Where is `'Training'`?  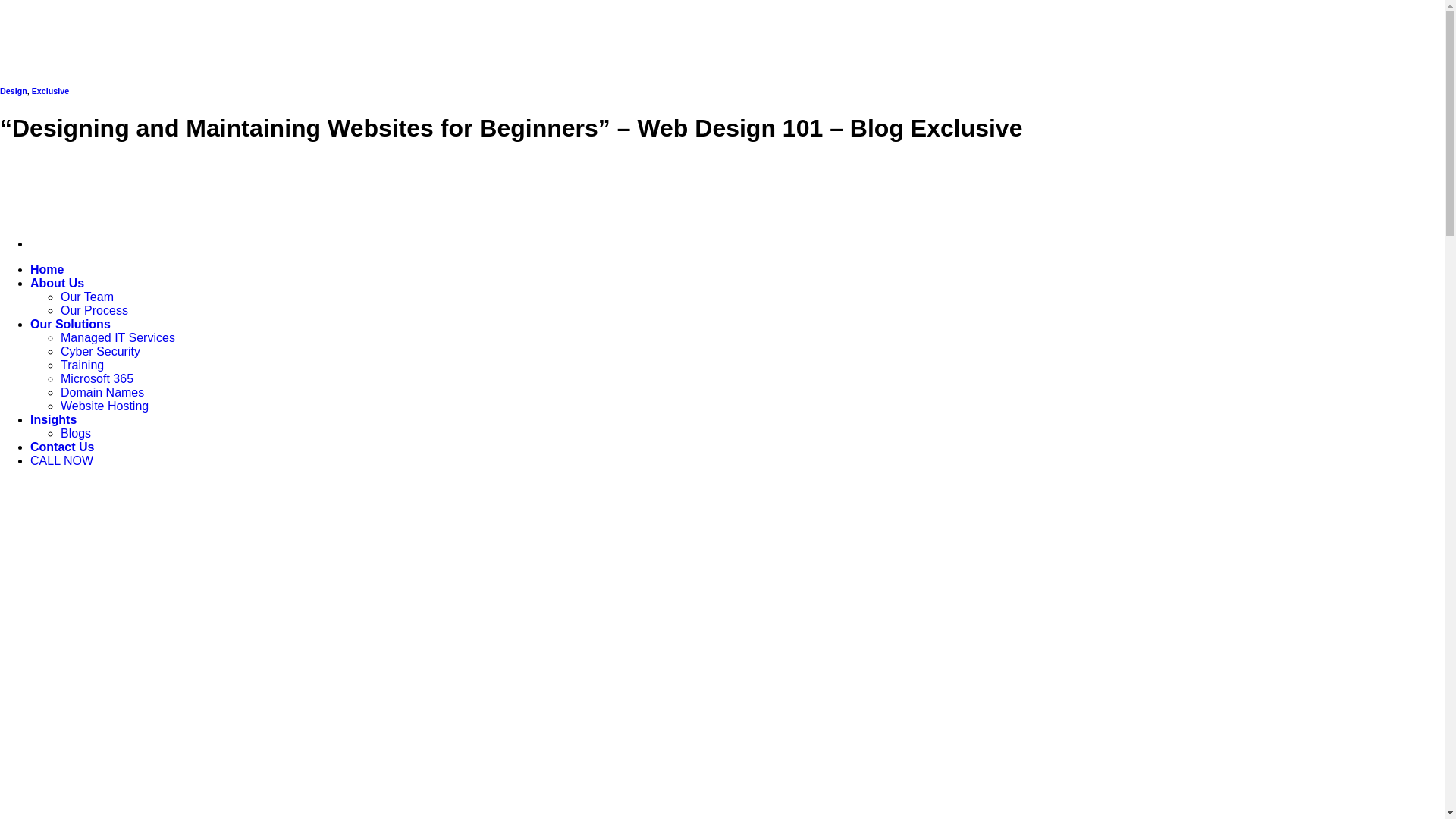 'Training' is located at coordinates (81, 365).